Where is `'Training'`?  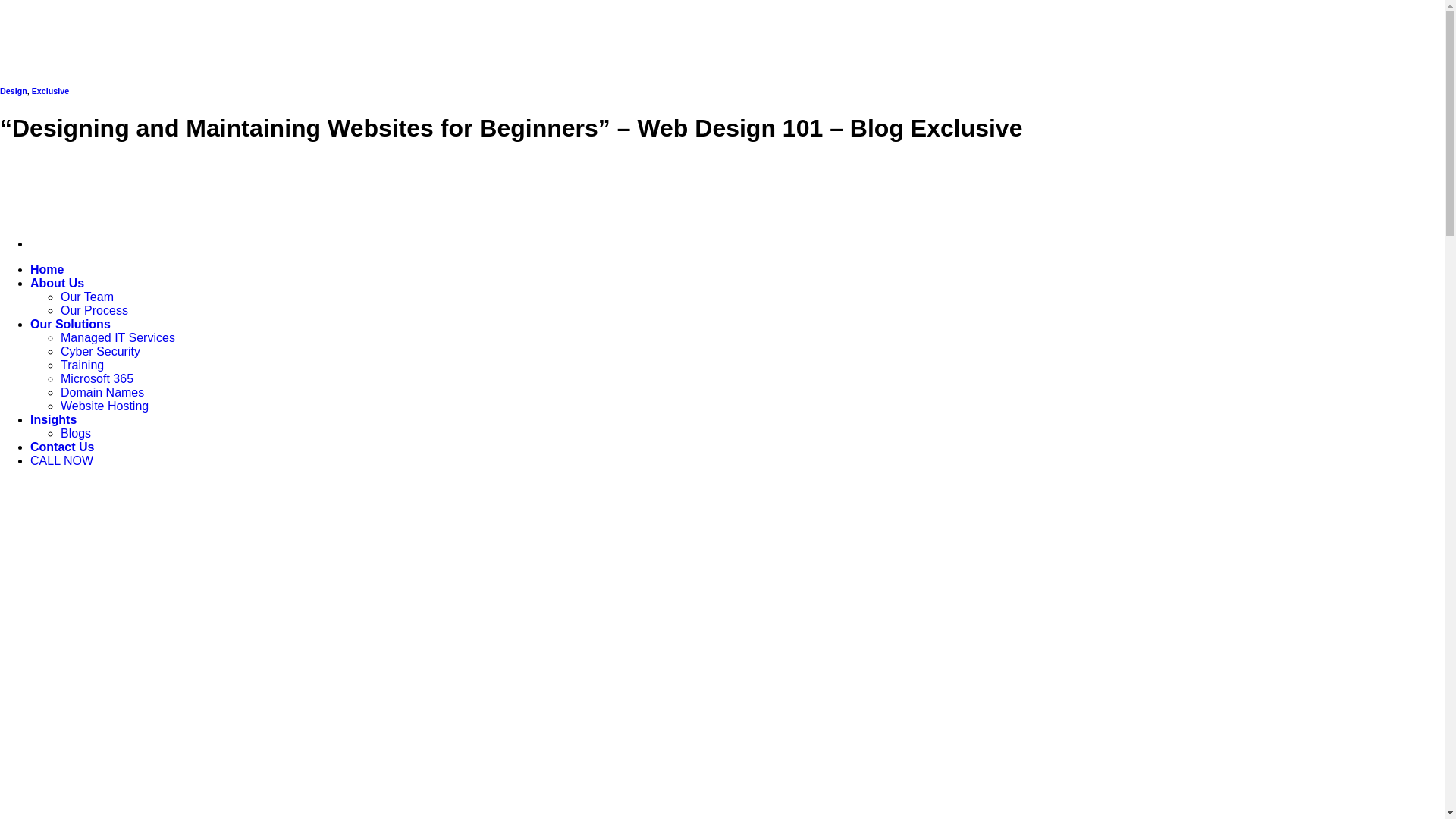 'Training' is located at coordinates (81, 365).